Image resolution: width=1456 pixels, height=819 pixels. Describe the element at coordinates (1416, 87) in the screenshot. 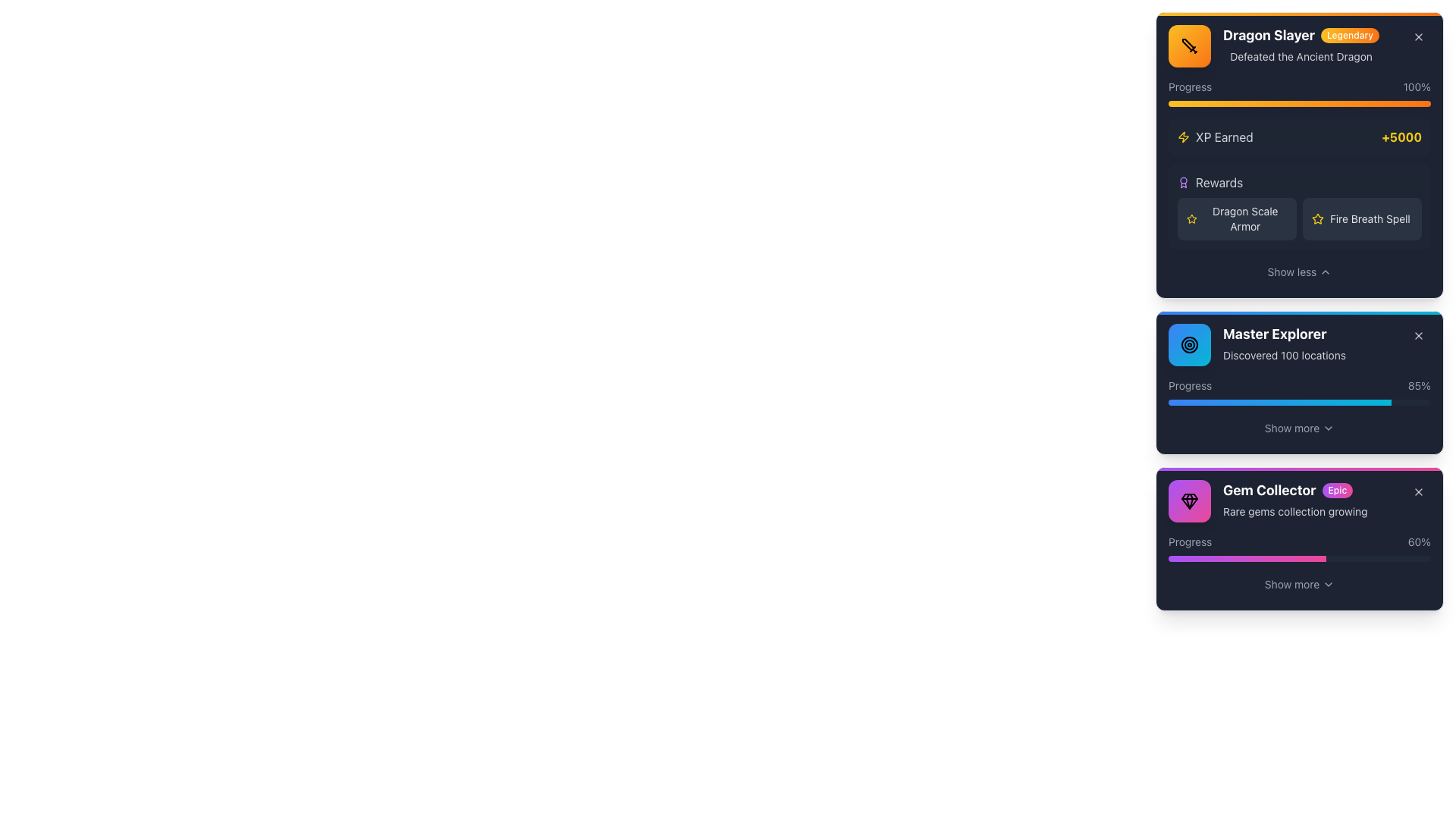

I see `the text label that displays the completion percentage of the progress bar, which is located to the right of the 'Progress' label in the 'Dragon Slayer' card` at that location.